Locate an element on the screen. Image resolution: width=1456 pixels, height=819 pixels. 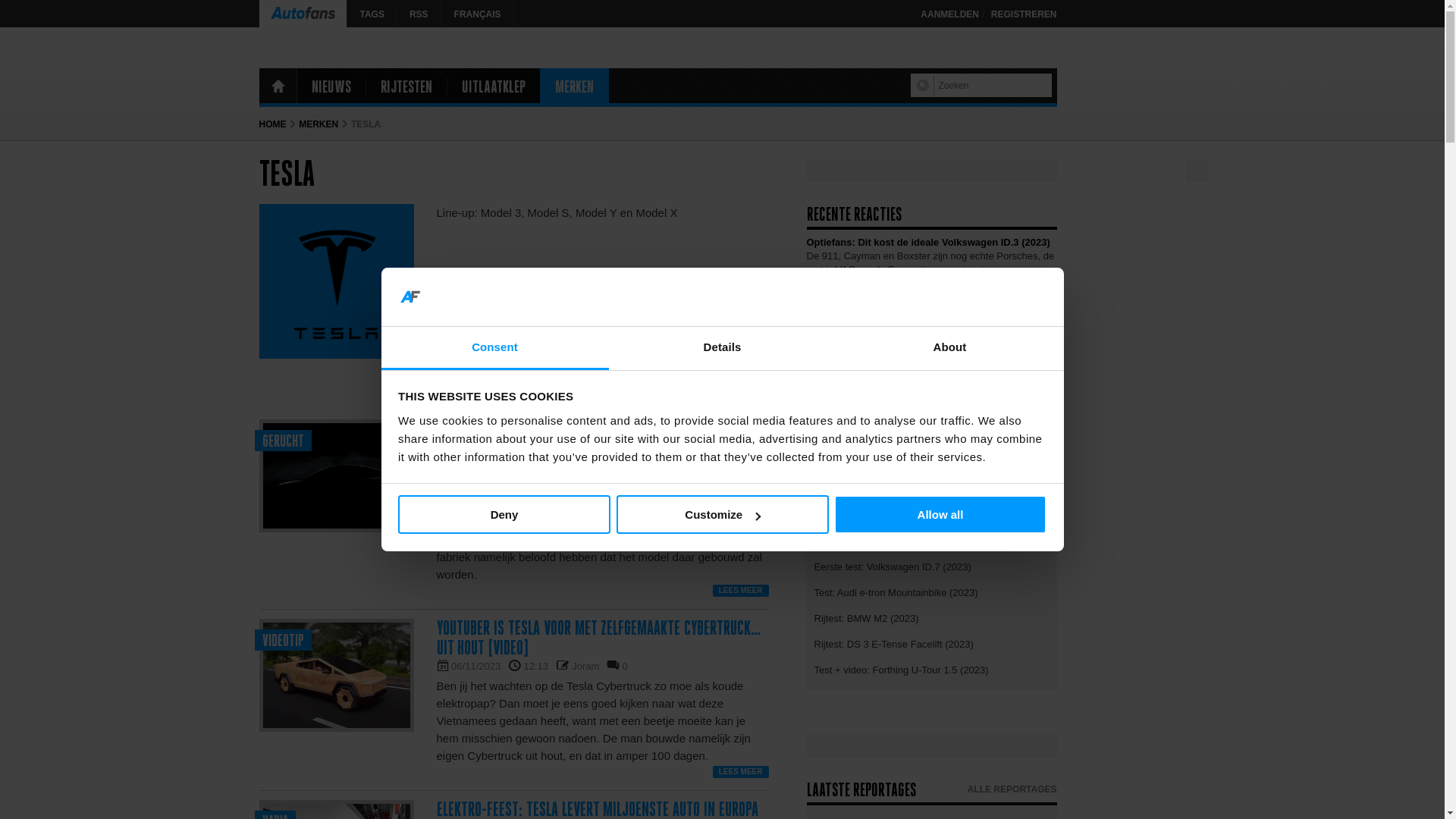
'AANMELDEN' is located at coordinates (949, 14).